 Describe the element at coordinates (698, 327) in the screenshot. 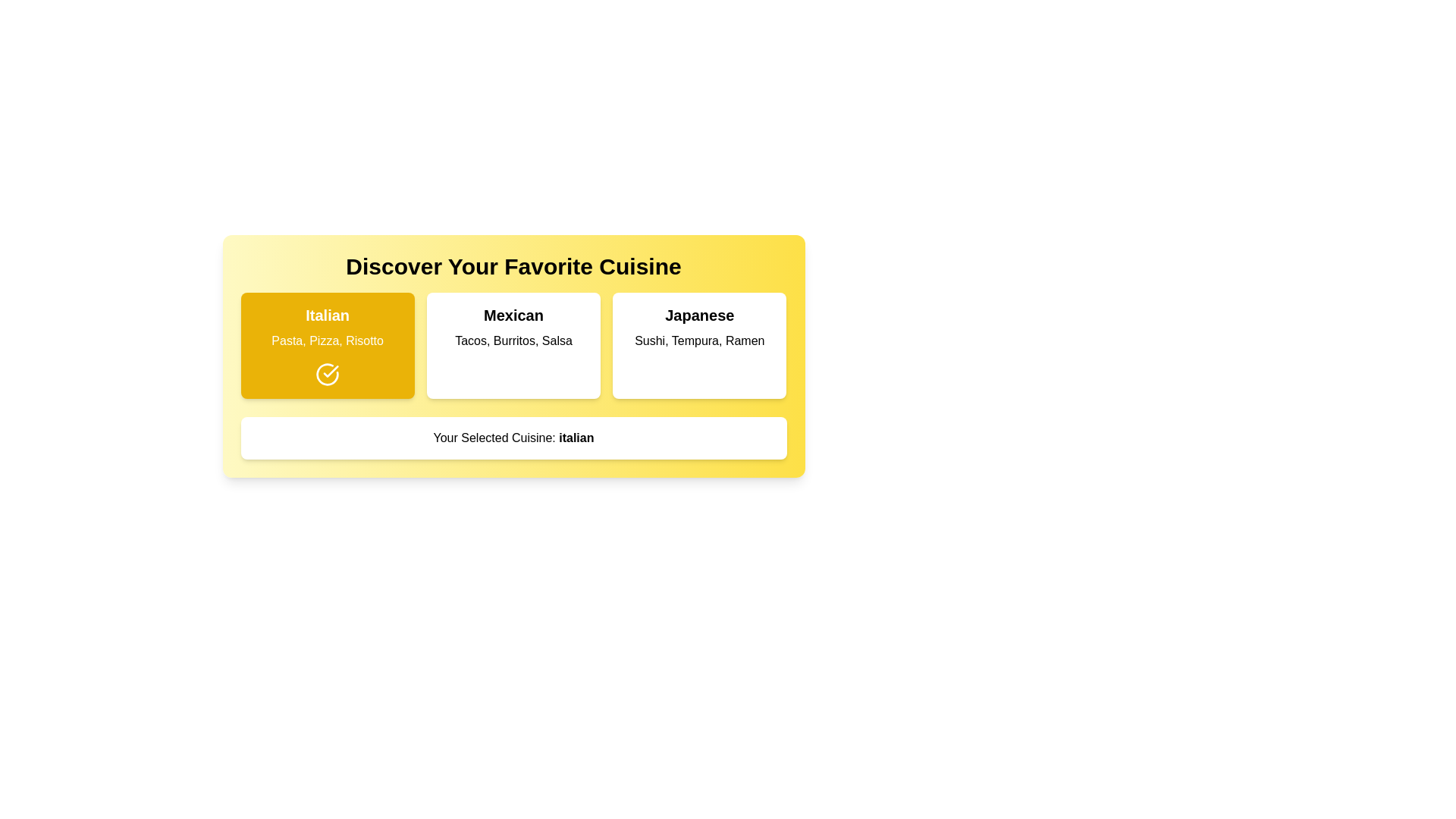

I see `the non-interactive text label that presents the name and examples of dishes characteristic of Japanese cuisine, located within the 'Japanese' cuisine option` at that location.